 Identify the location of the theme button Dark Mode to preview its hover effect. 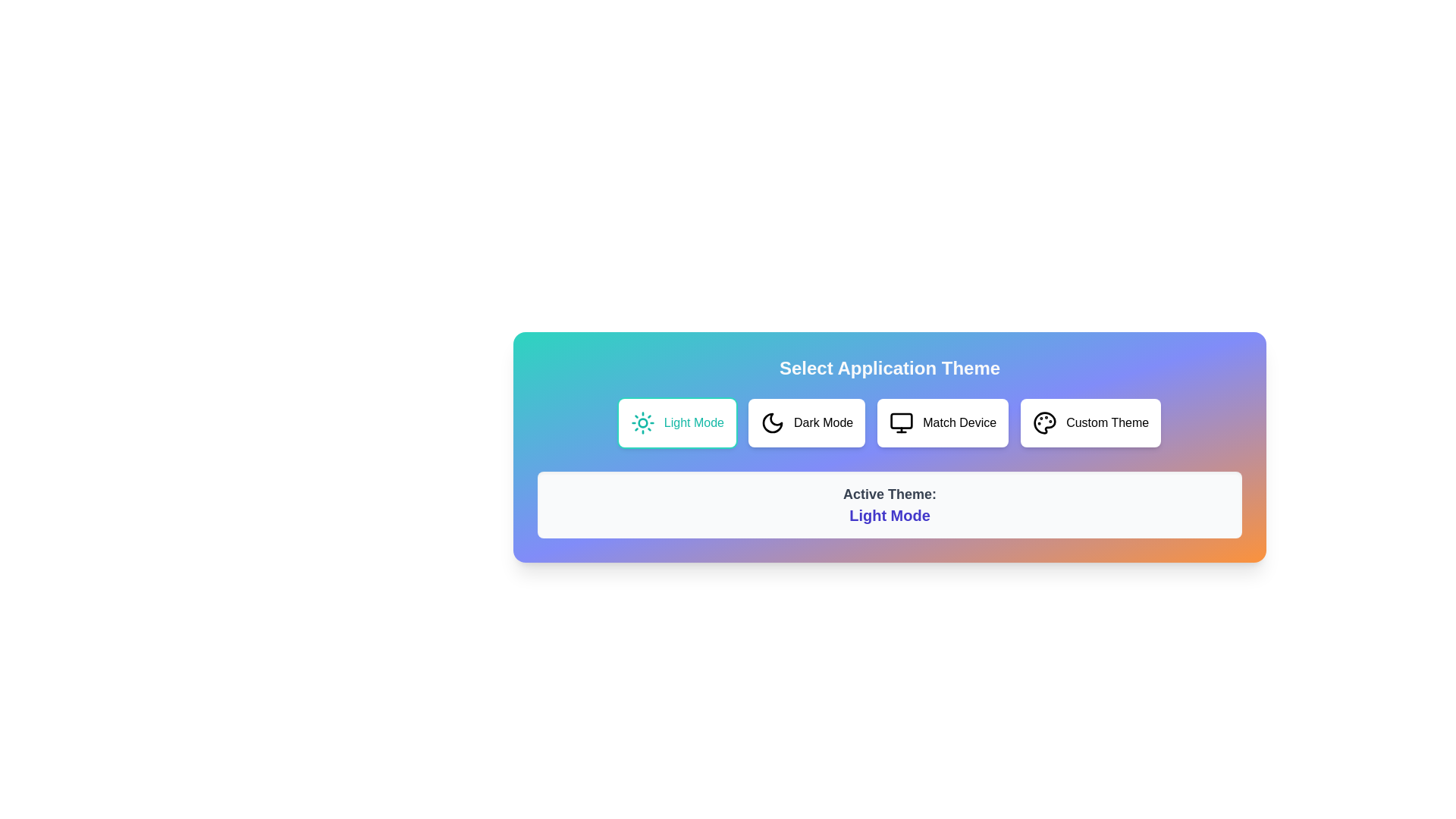
(806, 423).